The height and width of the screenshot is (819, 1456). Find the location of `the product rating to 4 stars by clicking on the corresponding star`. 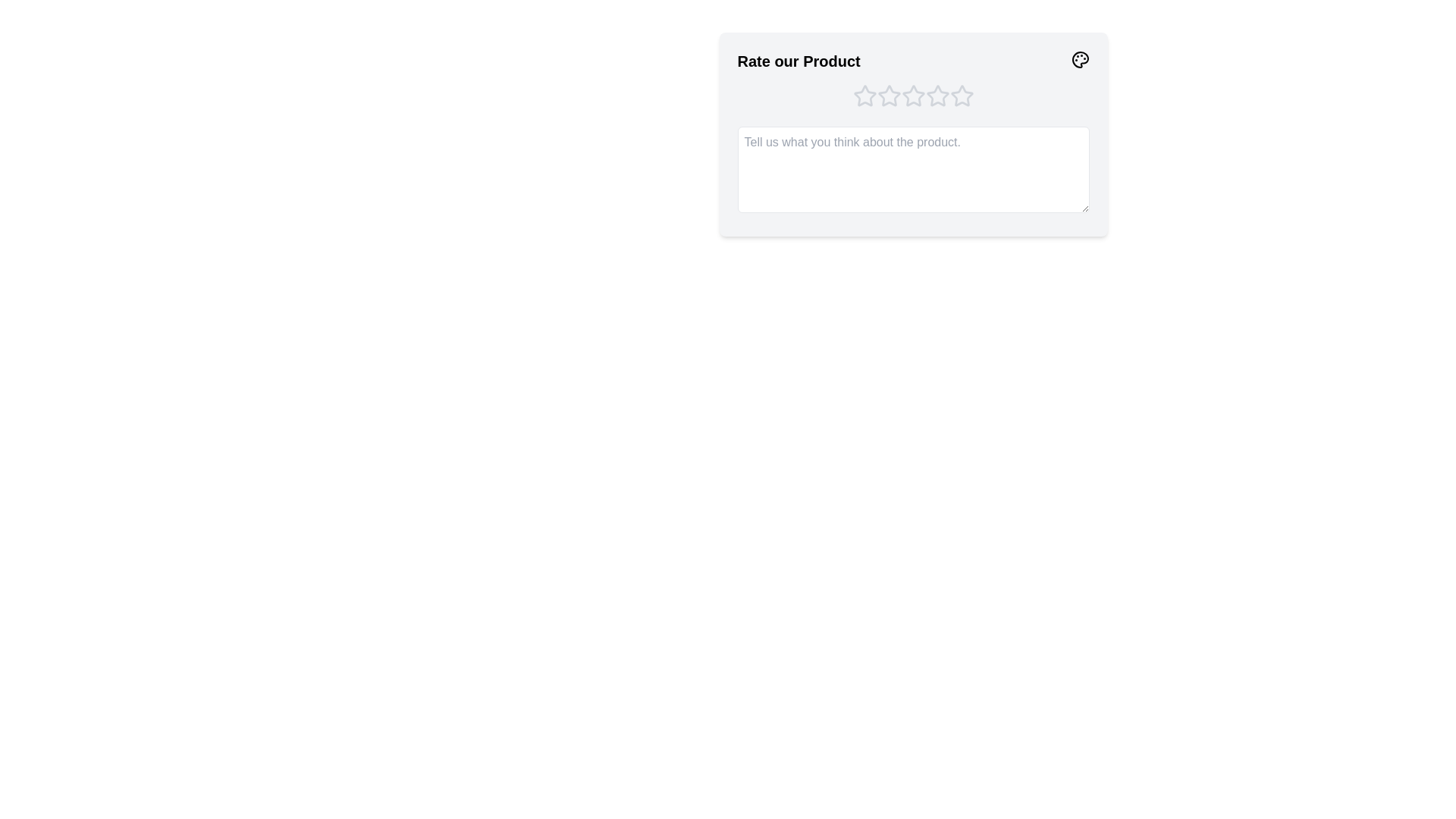

the product rating to 4 stars by clicking on the corresponding star is located at coordinates (937, 96).